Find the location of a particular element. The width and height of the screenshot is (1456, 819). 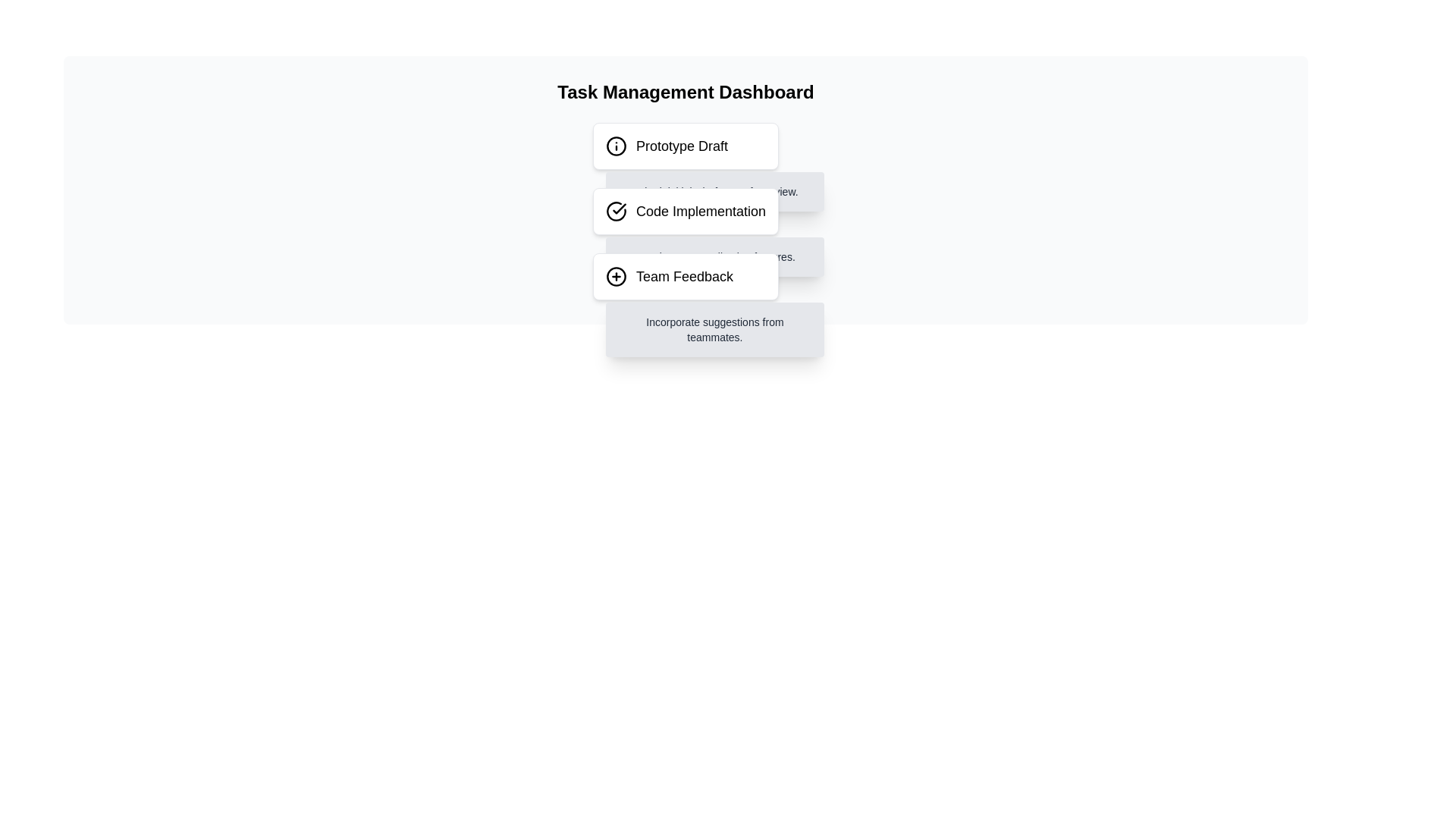

the circle SVG element that indicates additional information within the 'Prototype Draft' item on the Task Management Dashboard is located at coordinates (616, 146).